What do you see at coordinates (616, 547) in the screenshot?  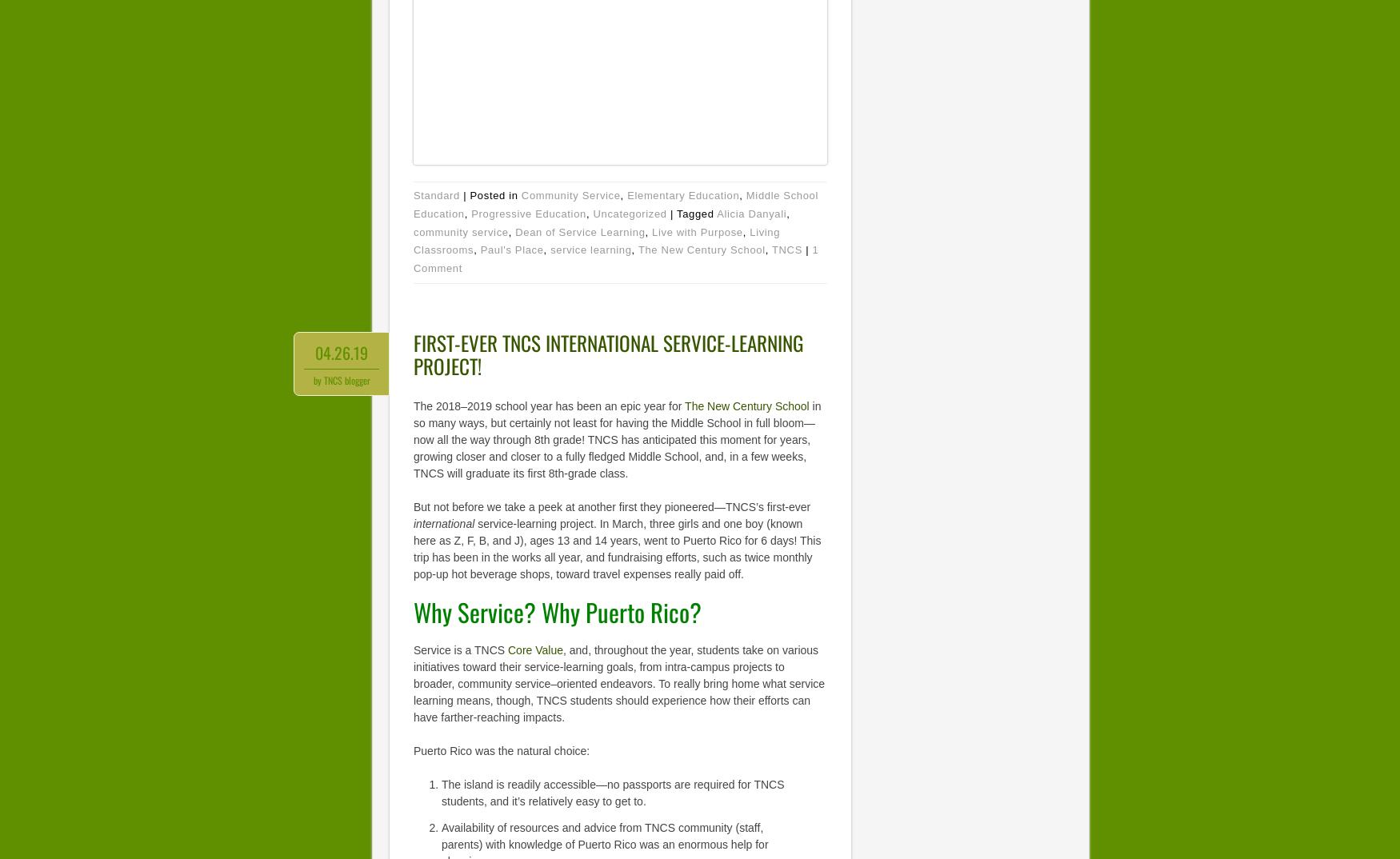 I see `'service-learning project. In March, three girls and one boy (known here as Z, F, B, and J), ages 13 and 14 years, went to Puerto Rico for 6 days! This trip has been in the works all year, and fundraising efforts, such as twice monthly pop-up hot beverage shops, toward travel expenses really paid off.'` at bounding box center [616, 547].